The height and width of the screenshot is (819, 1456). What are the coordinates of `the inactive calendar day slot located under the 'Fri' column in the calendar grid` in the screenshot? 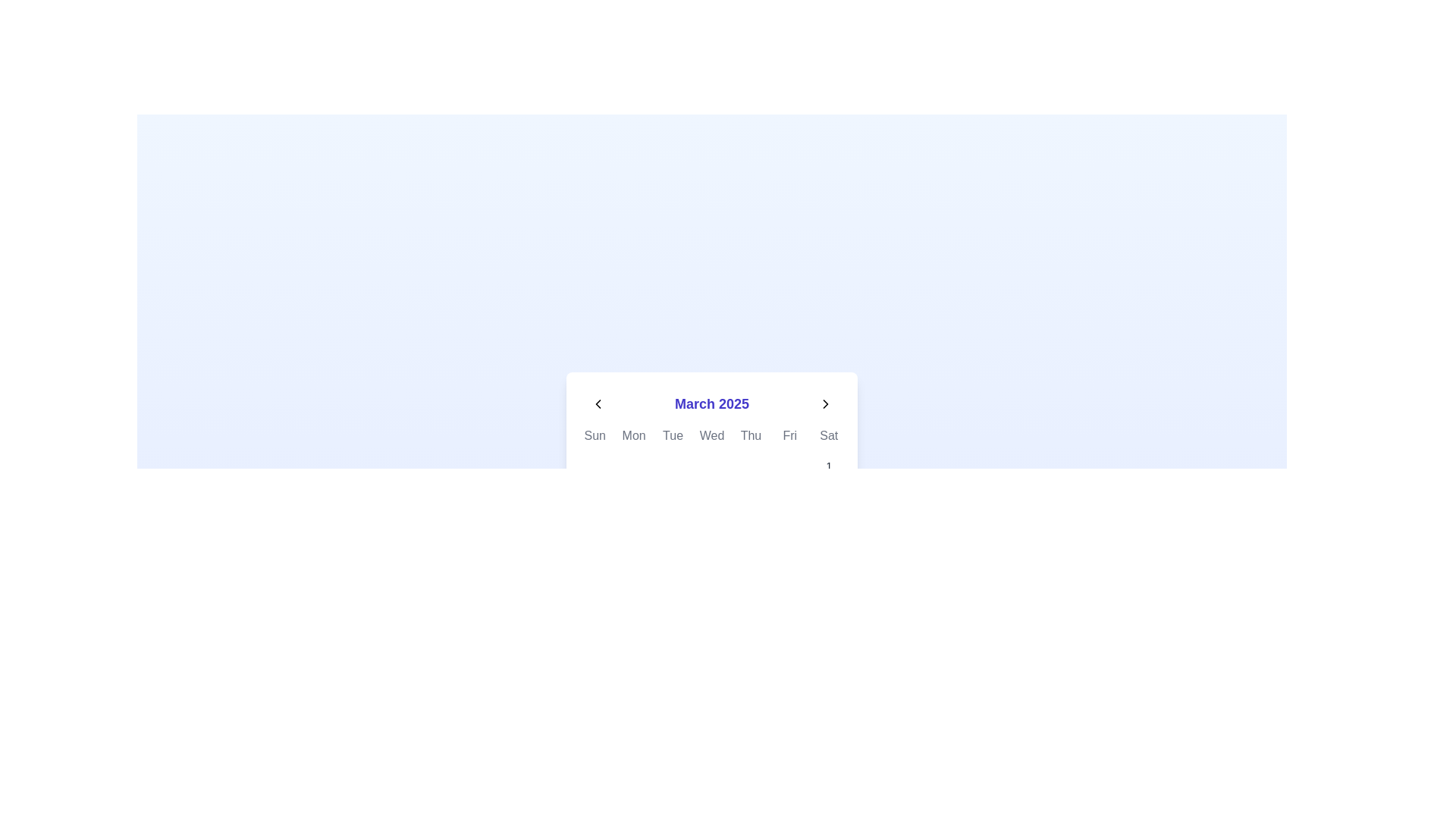 It's located at (789, 465).